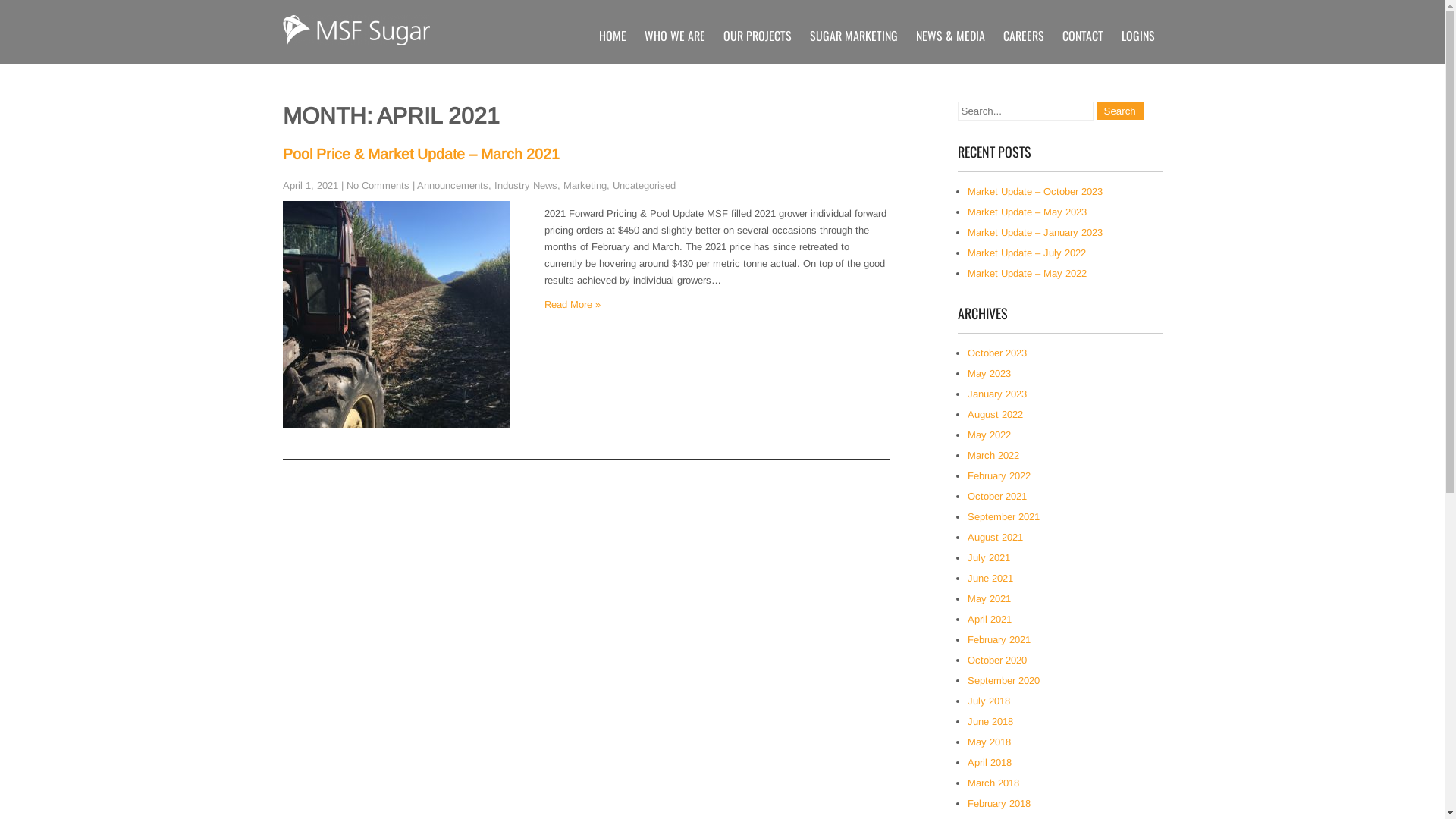  I want to click on 'WHO WE ARE', so click(673, 34).